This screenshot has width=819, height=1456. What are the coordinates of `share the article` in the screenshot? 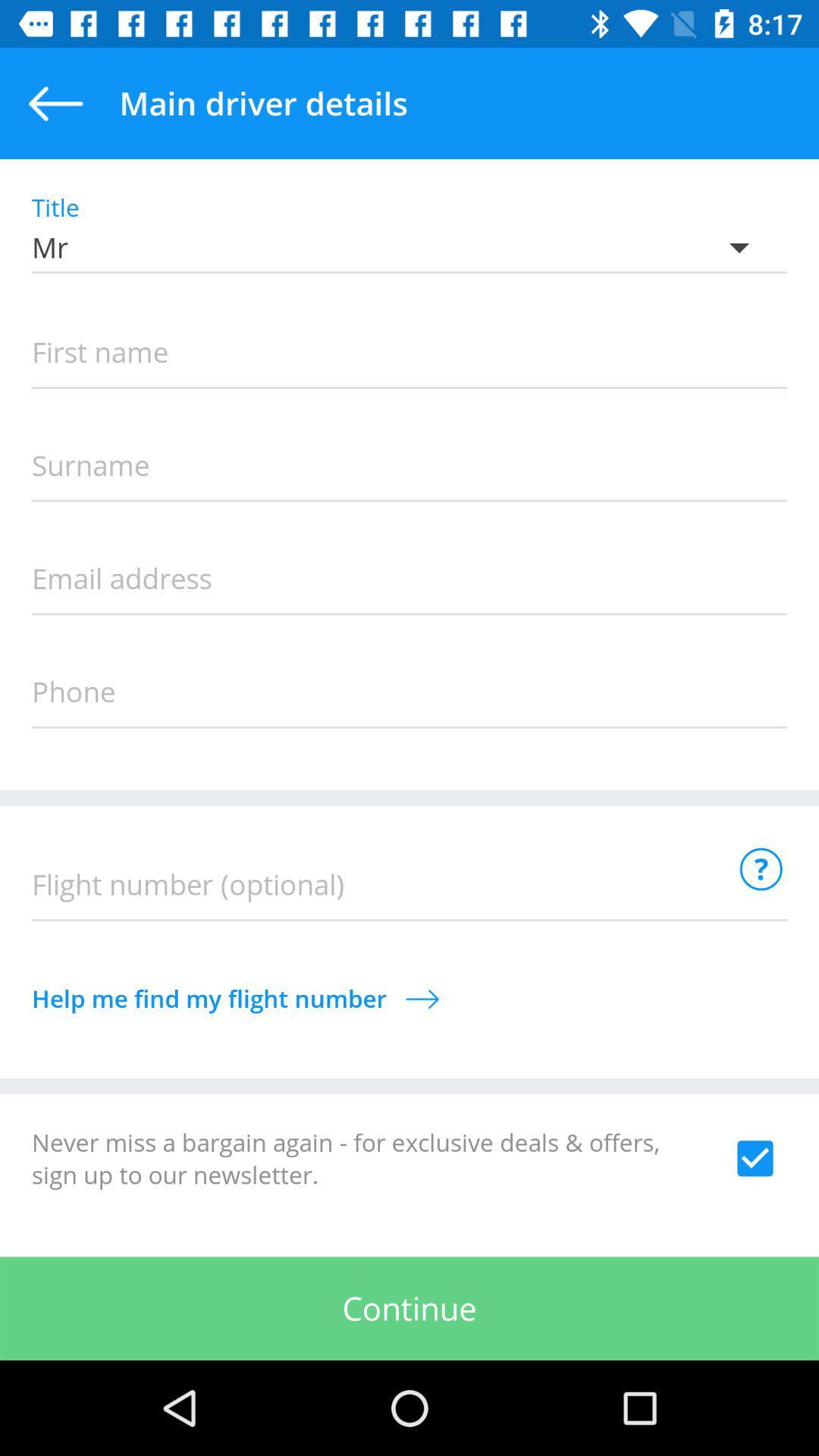 It's located at (755, 1157).